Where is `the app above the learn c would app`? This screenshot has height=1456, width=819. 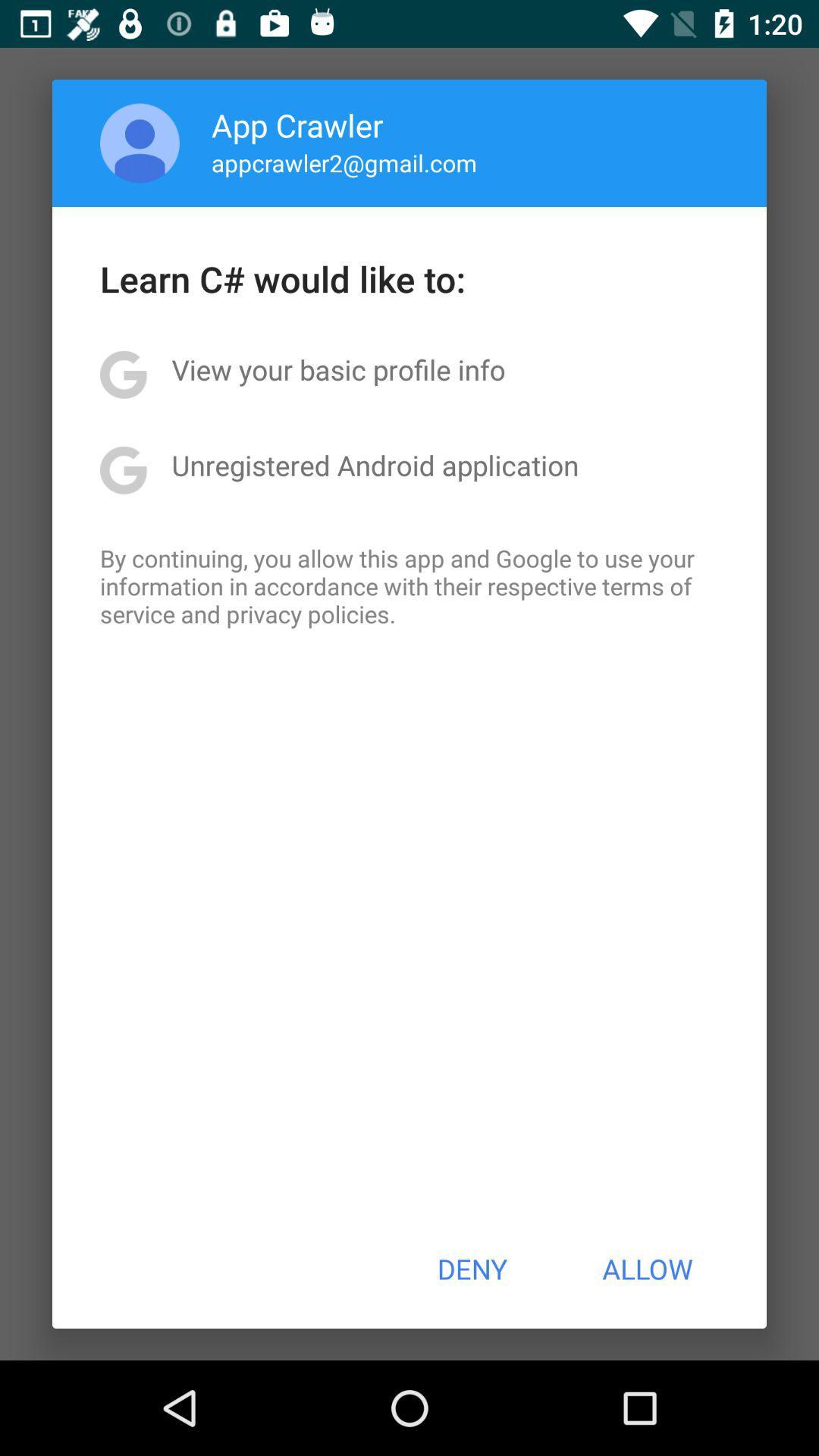 the app above the learn c would app is located at coordinates (344, 162).